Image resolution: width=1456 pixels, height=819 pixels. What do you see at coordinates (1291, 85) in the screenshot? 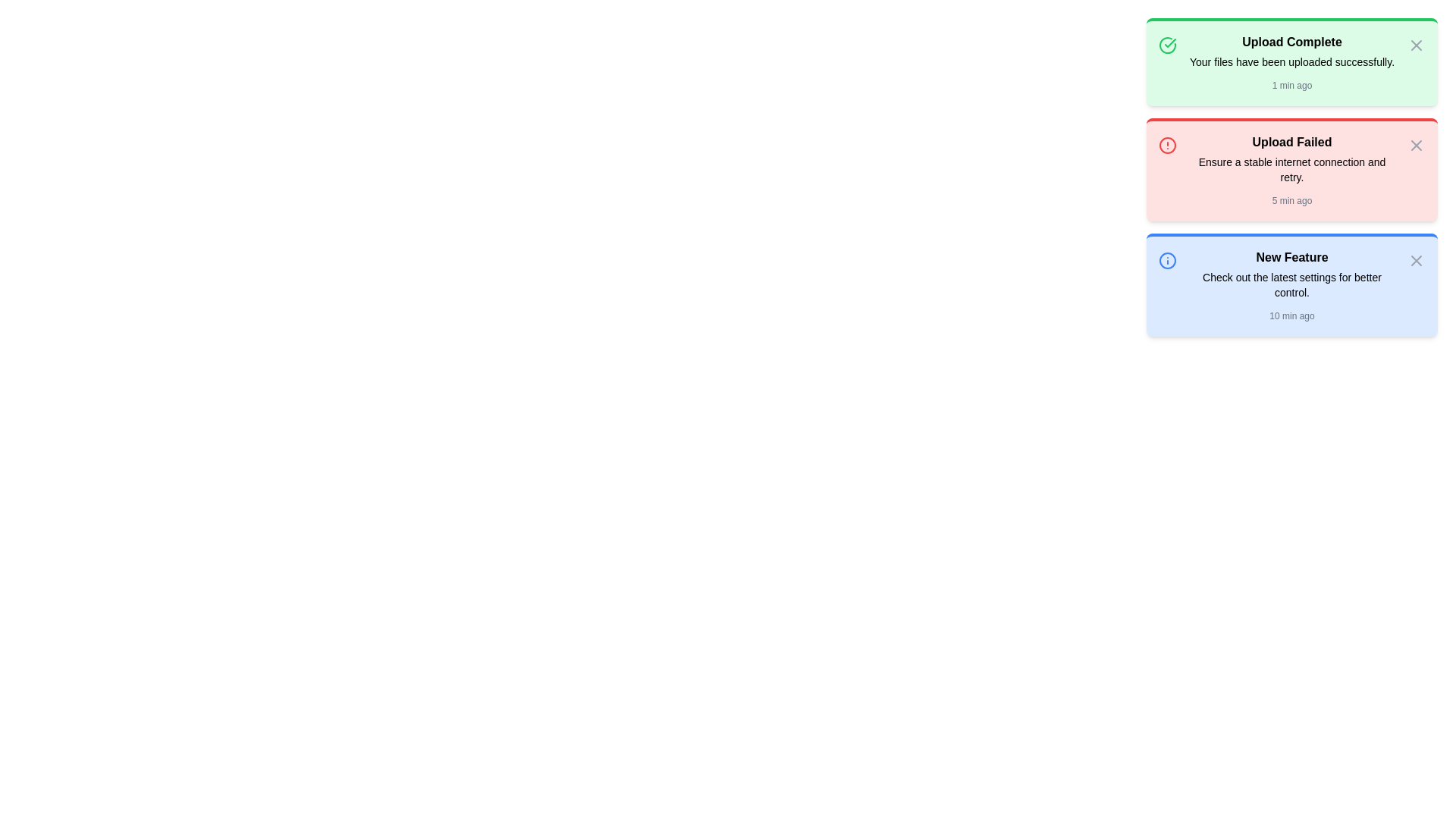
I see `the Timestamp label displaying '1 min ago' in gray font, which is positioned at the bottom-right of the 'Upload Complete' notification card` at bounding box center [1291, 85].